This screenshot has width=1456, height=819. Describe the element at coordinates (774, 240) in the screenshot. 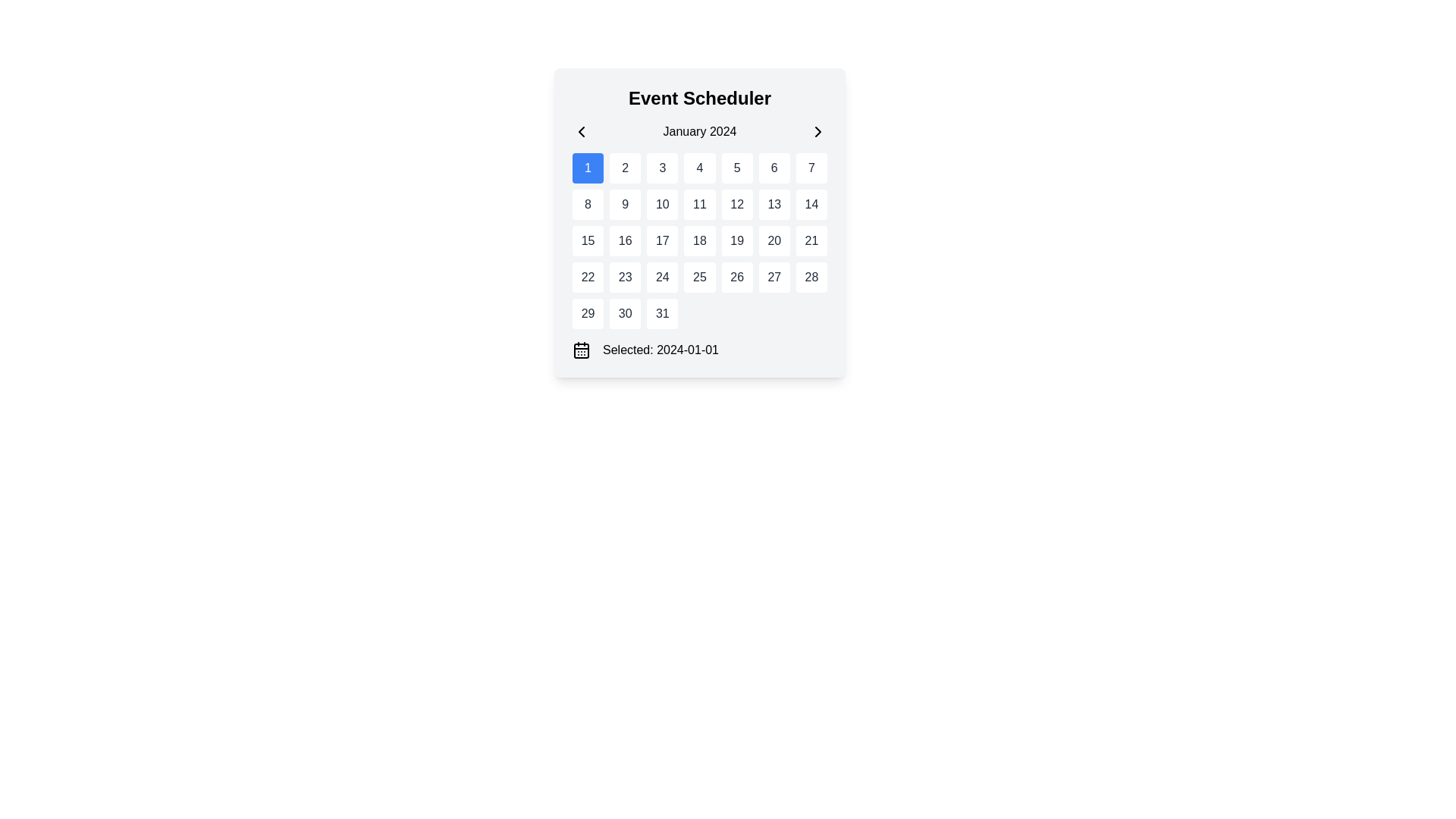

I see `the button labeled '20' in the calendar grid` at that location.